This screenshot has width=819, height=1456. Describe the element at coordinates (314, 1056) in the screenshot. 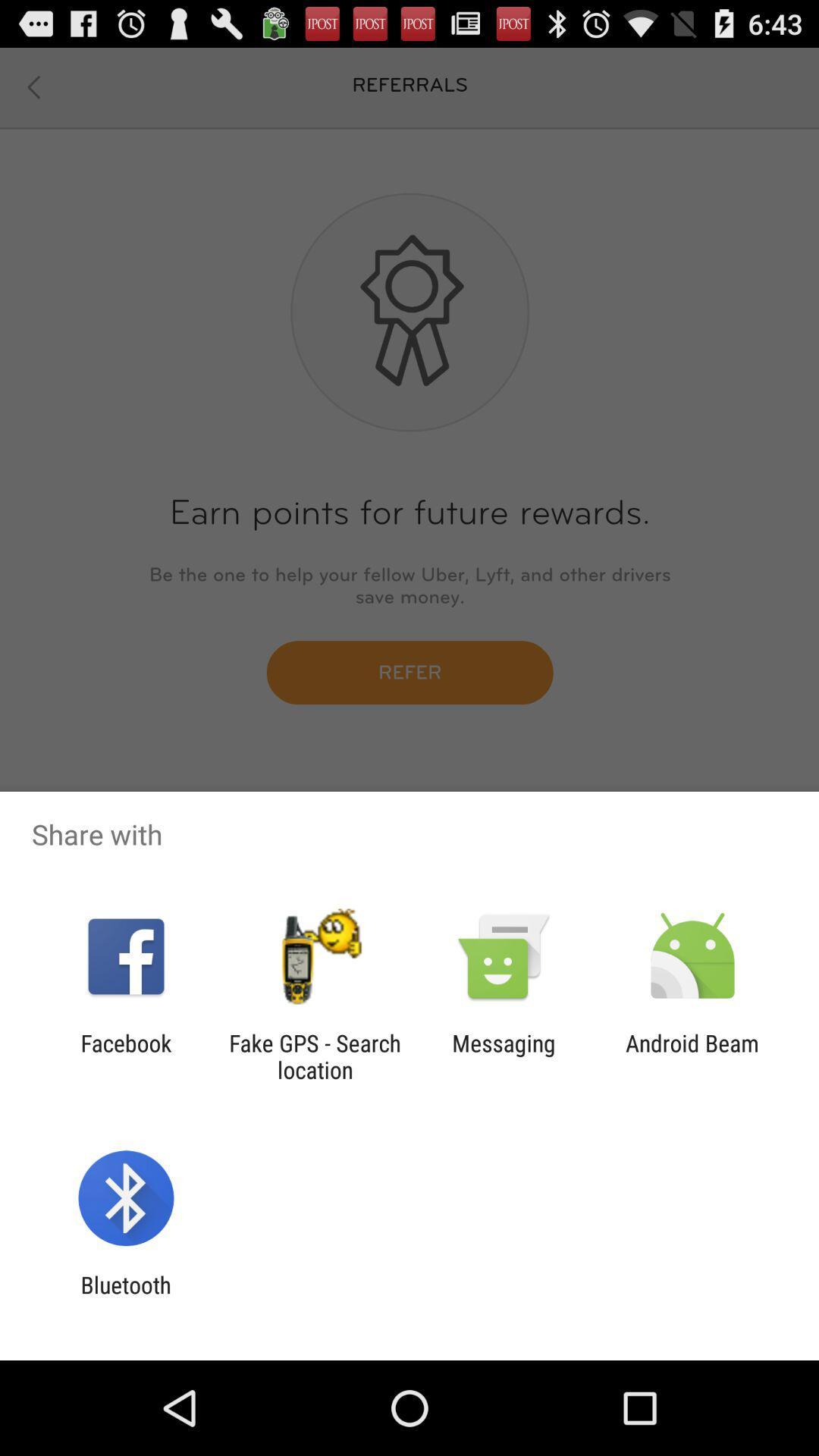

I see `the fake gps search item` at that location.